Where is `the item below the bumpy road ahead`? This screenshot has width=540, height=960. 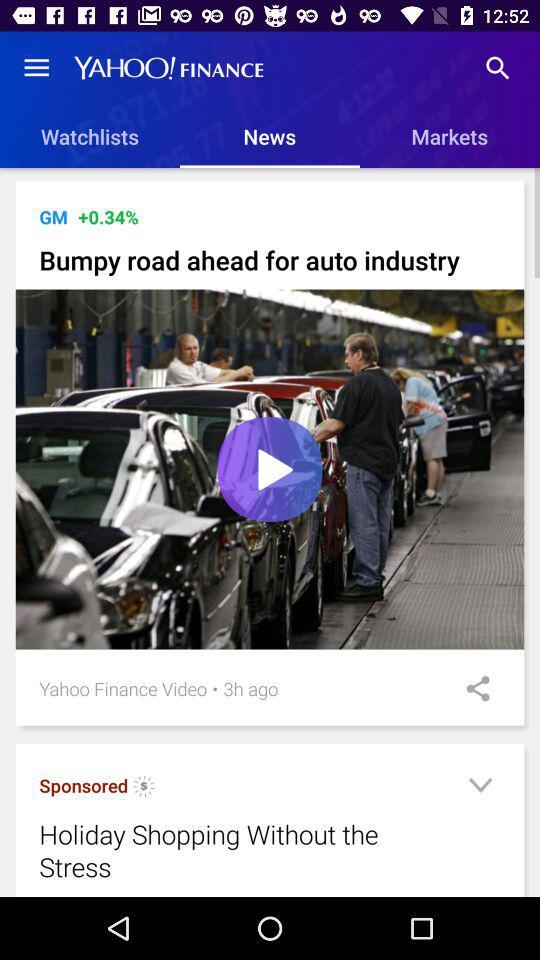 the item below the bumpy road ahead is located at coordinates (270, 469).